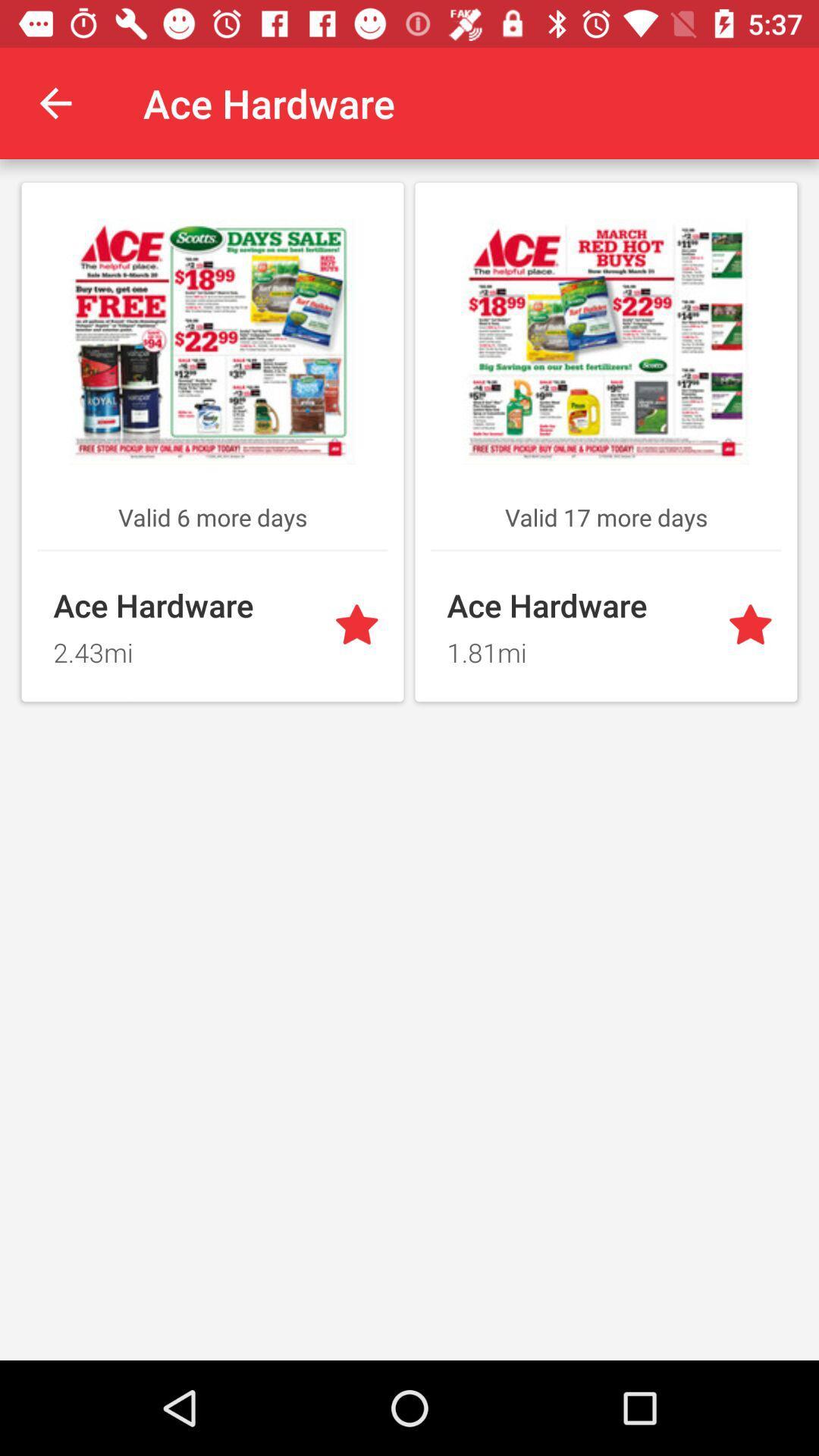 The image size is (819, 1456). Describe the element at coordinates (55, 102) in the screenshot. I see `the icon next to the ace hardware item` at that location.